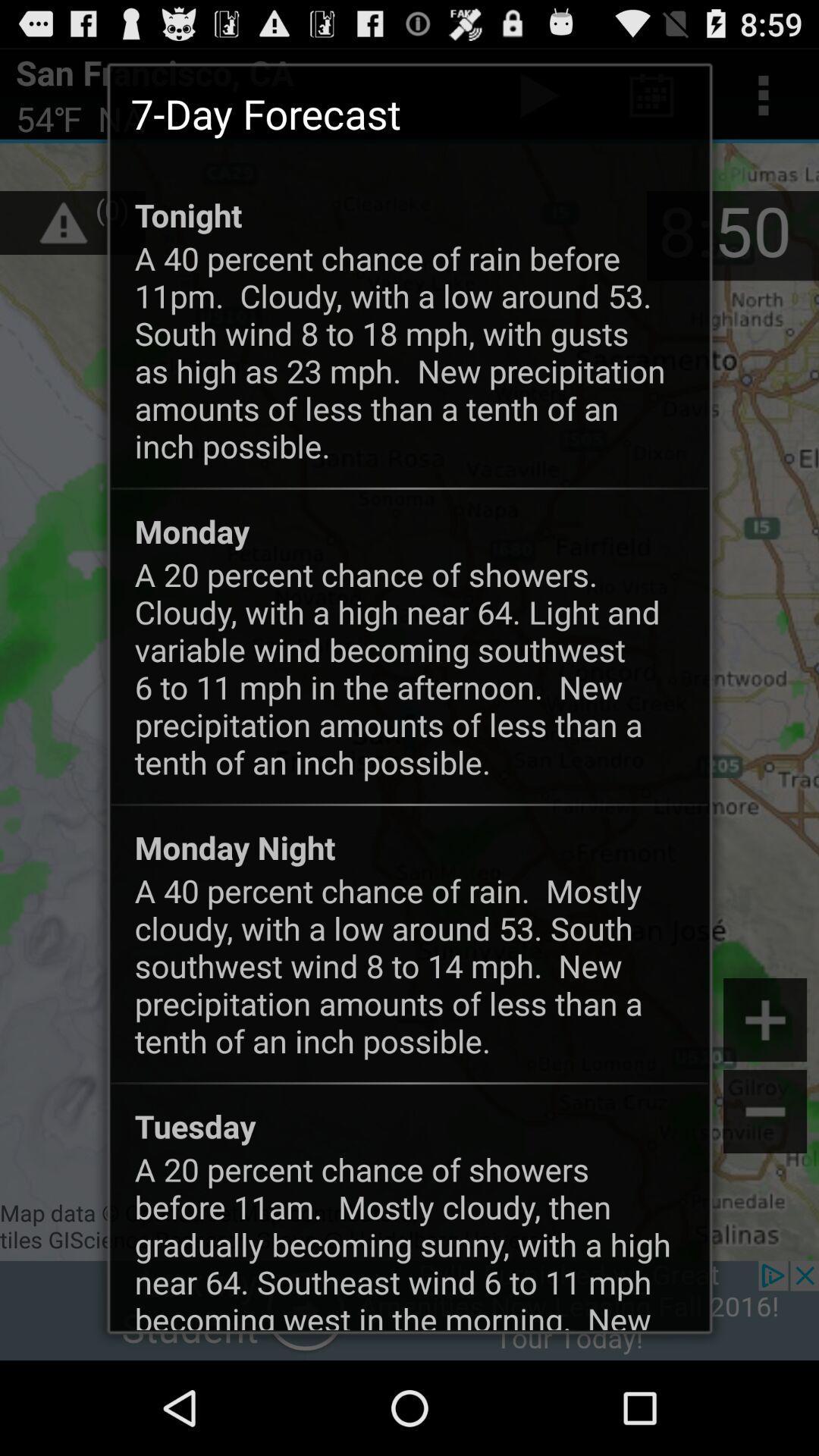 This screenshot has height=1456, width=819. Describe the element at coordinates (194, 1125) in the screenshot. I see `app at the bottom left corner` at that location.